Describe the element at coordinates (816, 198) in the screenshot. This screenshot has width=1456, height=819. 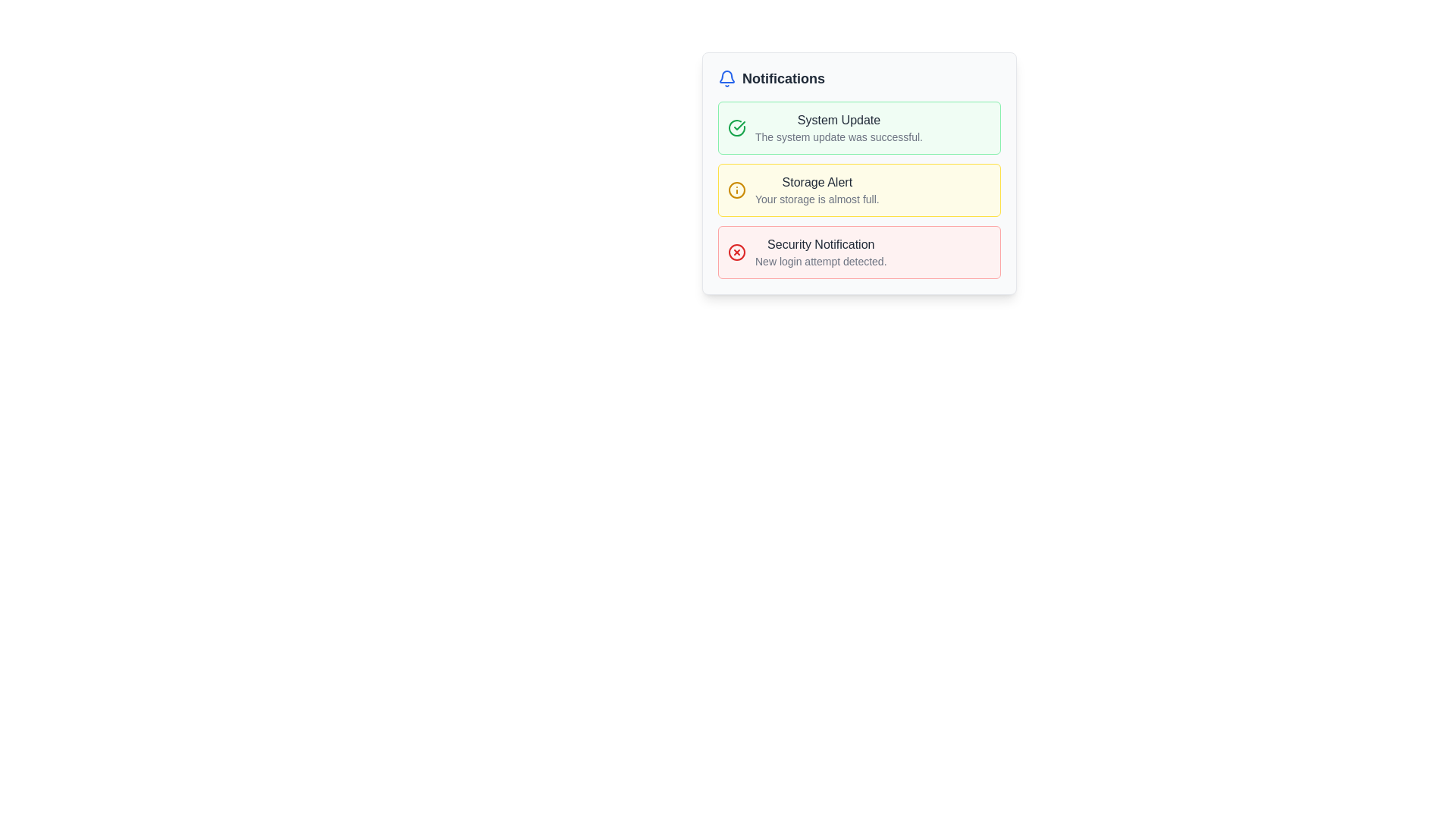
I see `text label that displays 'Your storage is almost full.' located below the 'Storage Alert' title in the yellow notification box` at that location.